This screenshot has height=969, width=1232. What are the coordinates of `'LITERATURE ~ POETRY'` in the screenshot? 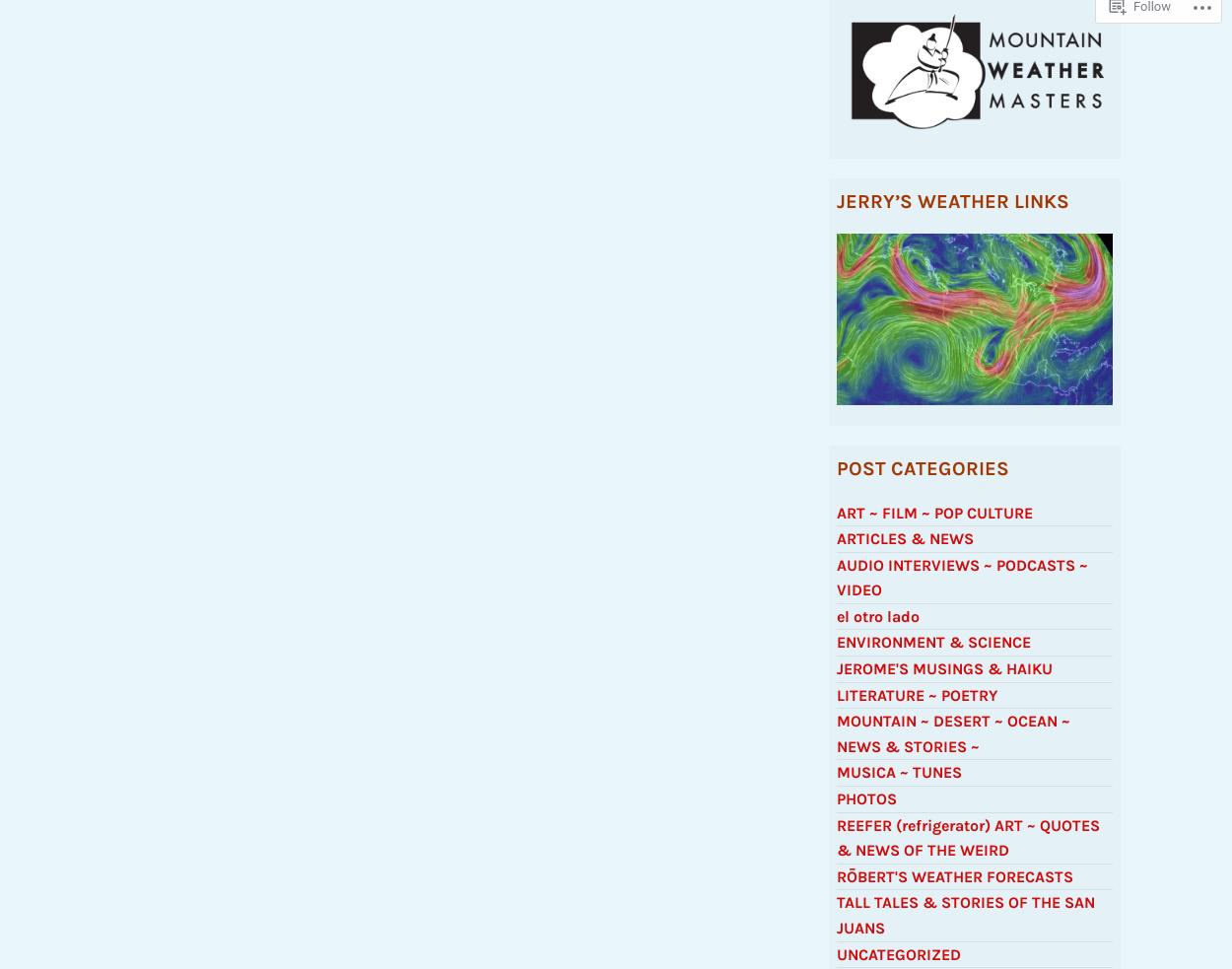 It's located at (836, 703).